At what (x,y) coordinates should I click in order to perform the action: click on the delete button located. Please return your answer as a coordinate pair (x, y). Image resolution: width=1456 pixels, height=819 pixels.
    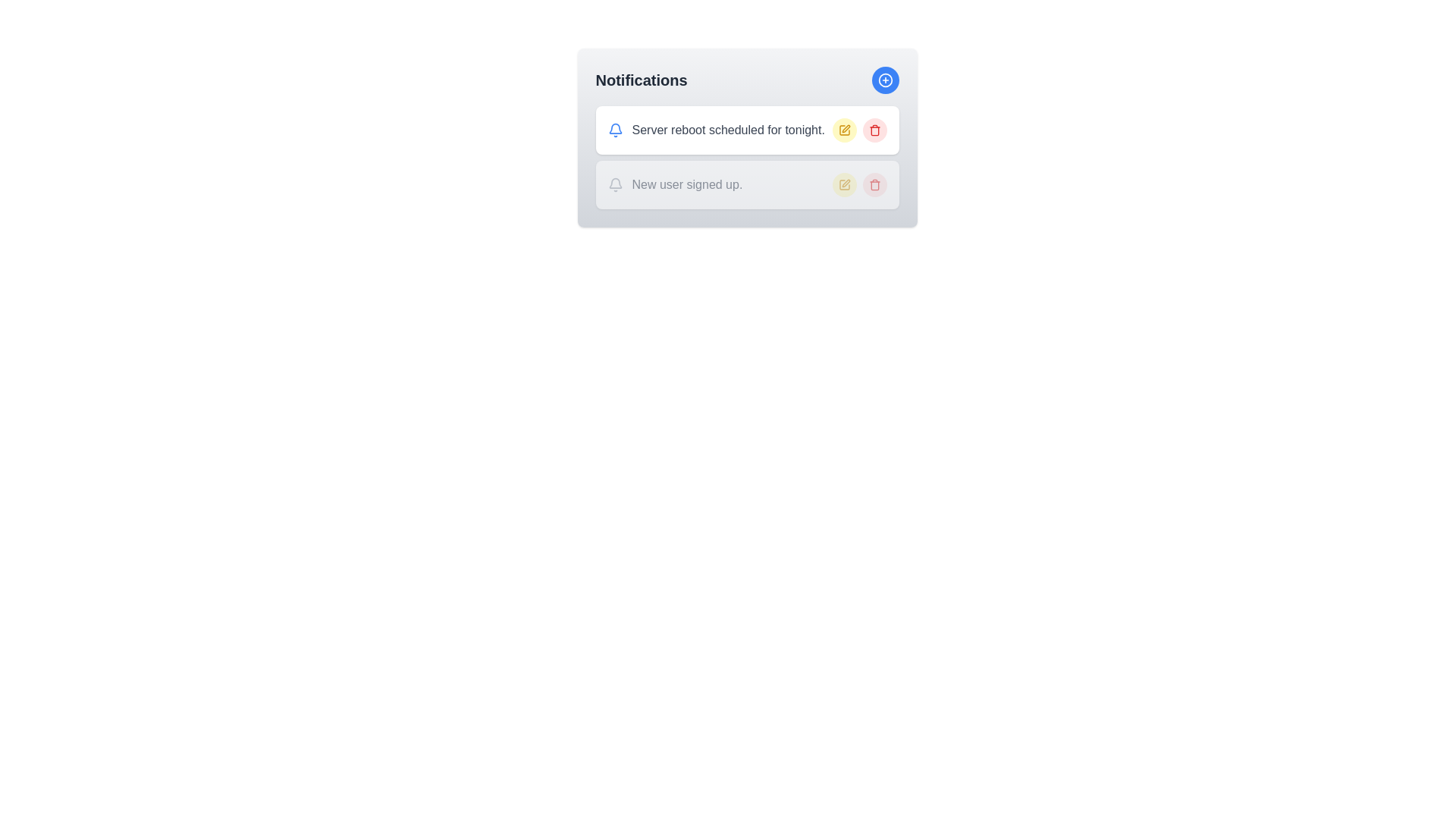
    Looking at the image, I should click on (874, 184).